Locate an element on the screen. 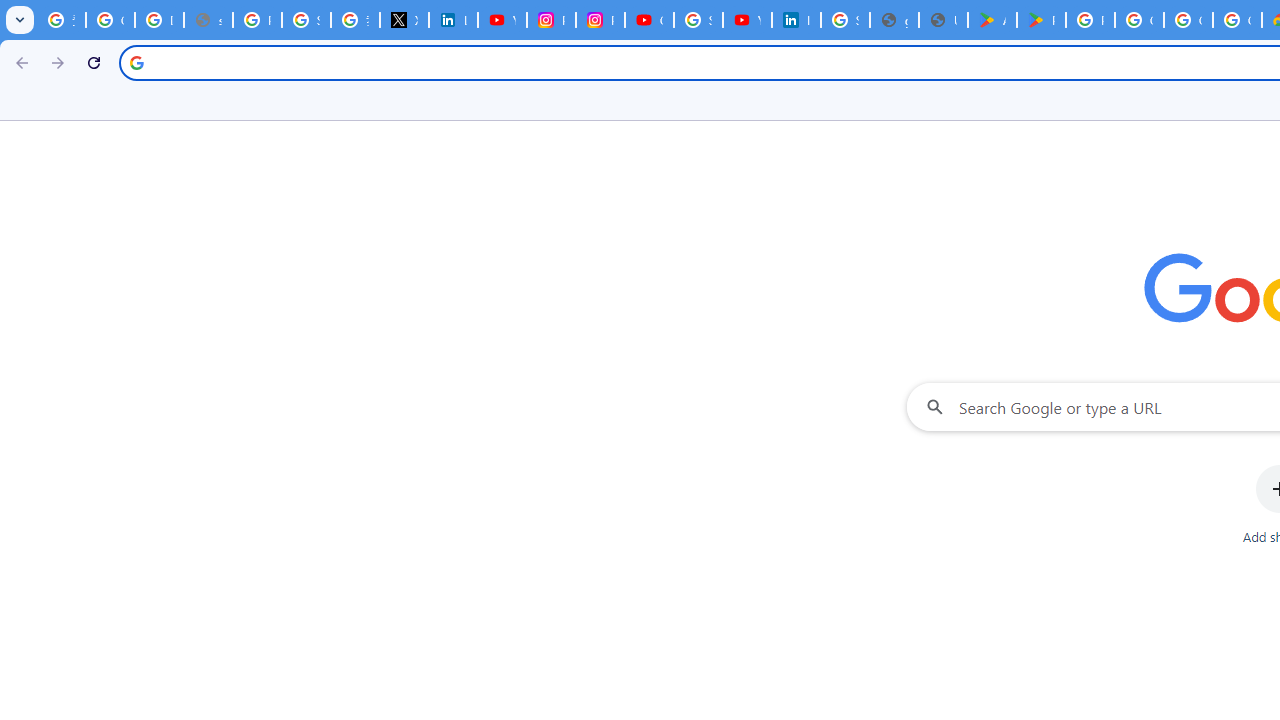  'Sign in - Google Accounts' is located at coordinates (845, 20).